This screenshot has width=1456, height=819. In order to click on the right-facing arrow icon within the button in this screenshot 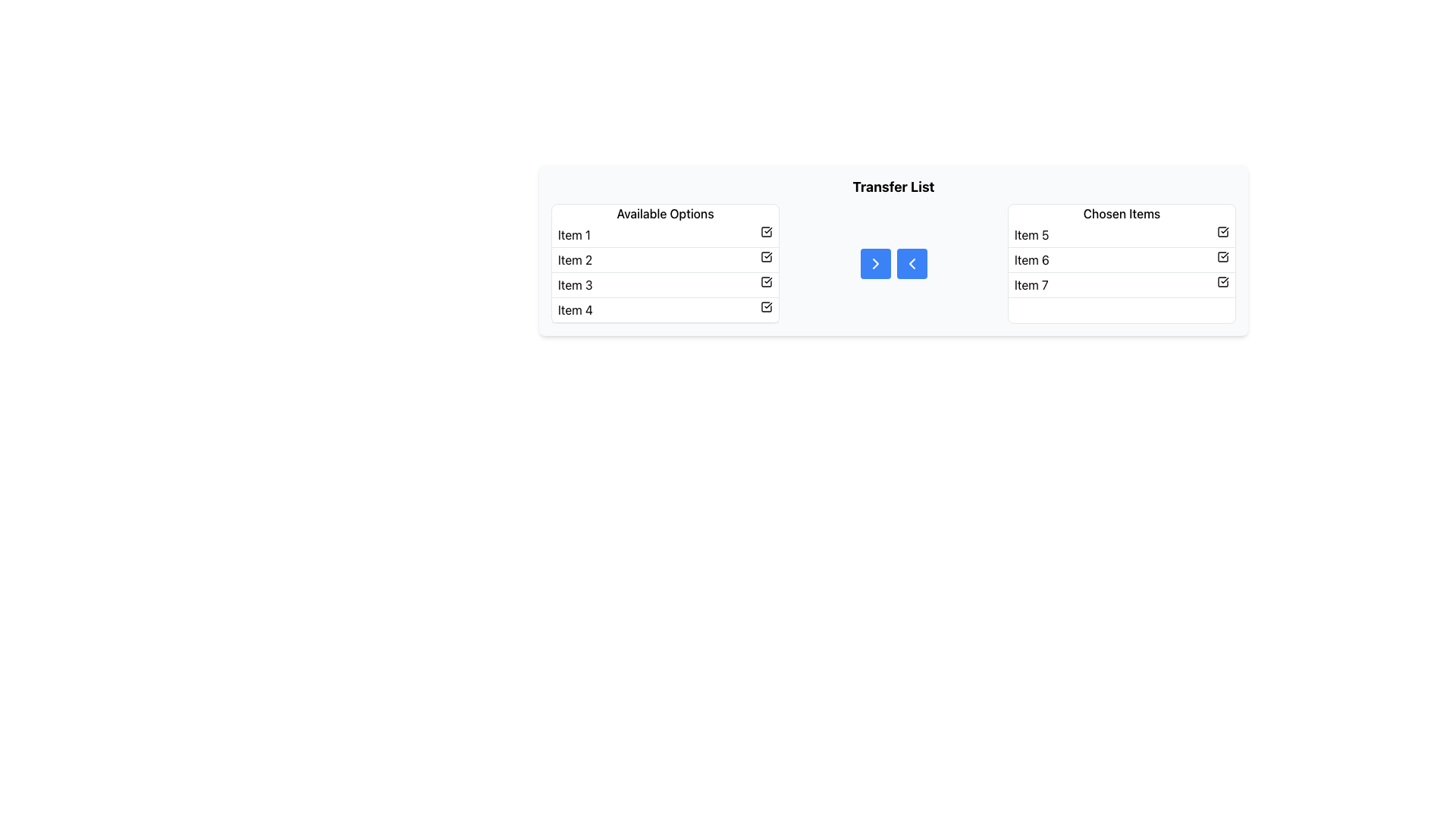, I will do `click(875, 262)`.